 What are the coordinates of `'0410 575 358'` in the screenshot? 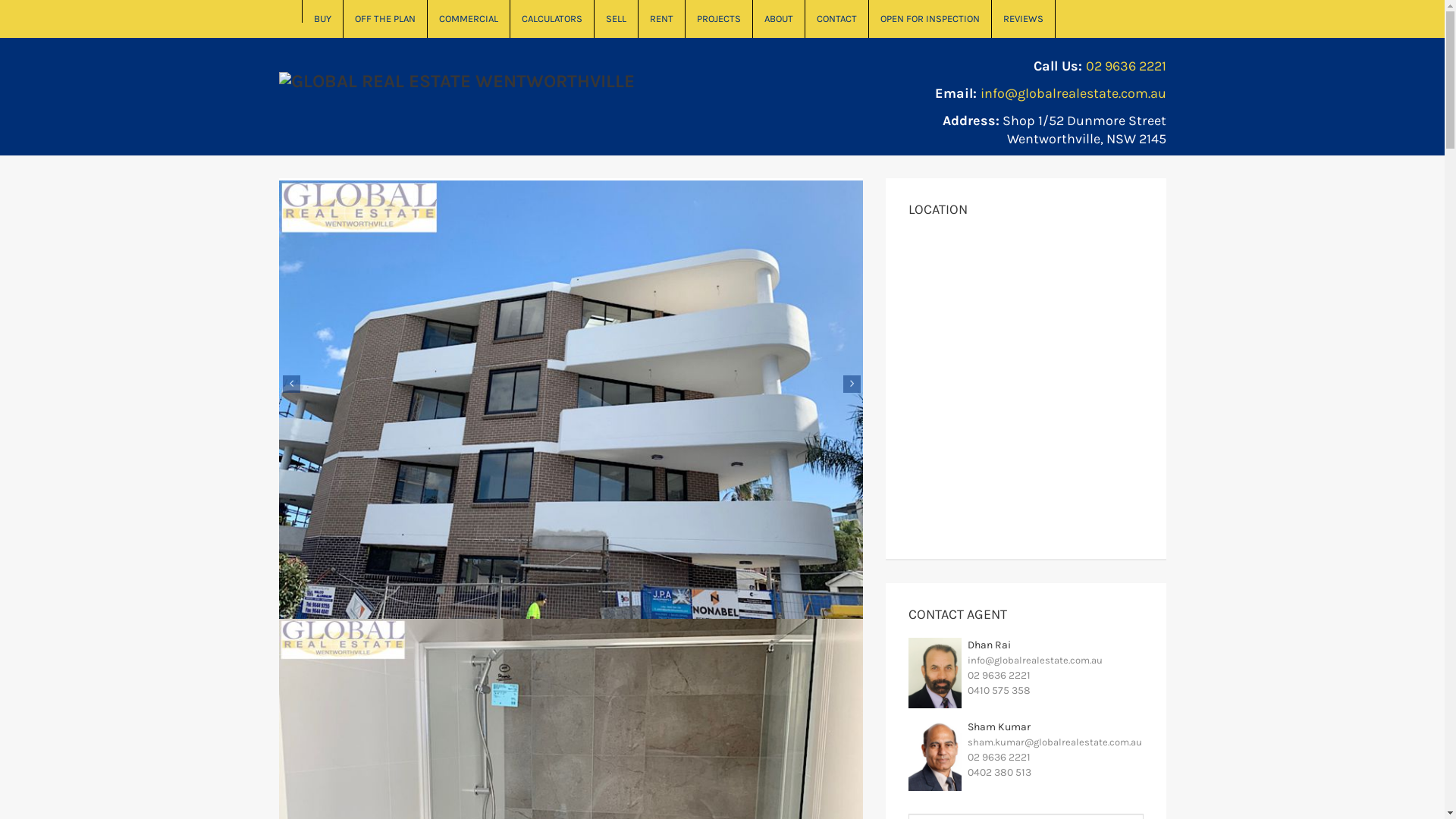 It's located at (967, 690).